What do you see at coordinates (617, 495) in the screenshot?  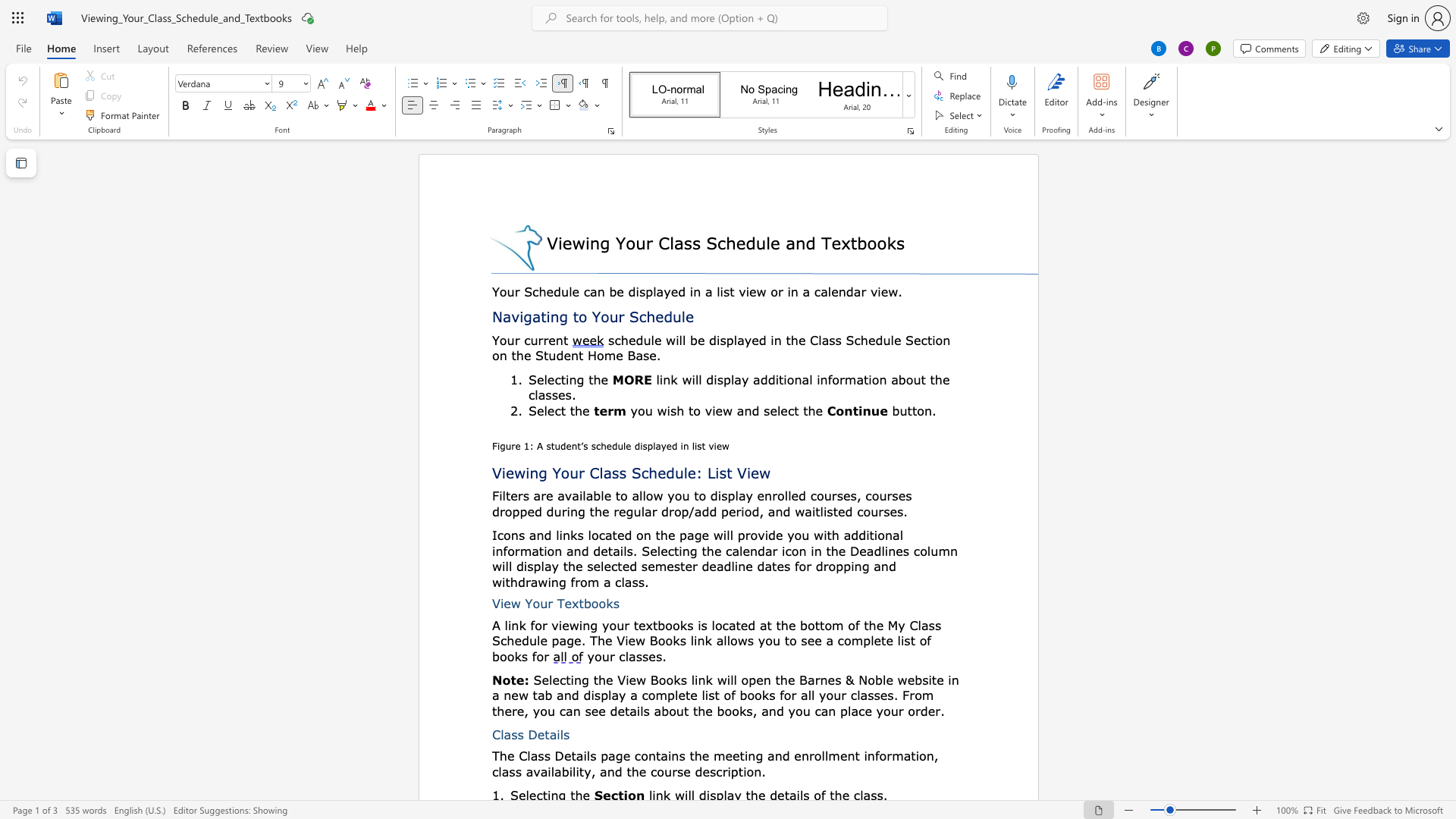 I see `the 2th character "t" in the text` at bounding box center [617, 495].